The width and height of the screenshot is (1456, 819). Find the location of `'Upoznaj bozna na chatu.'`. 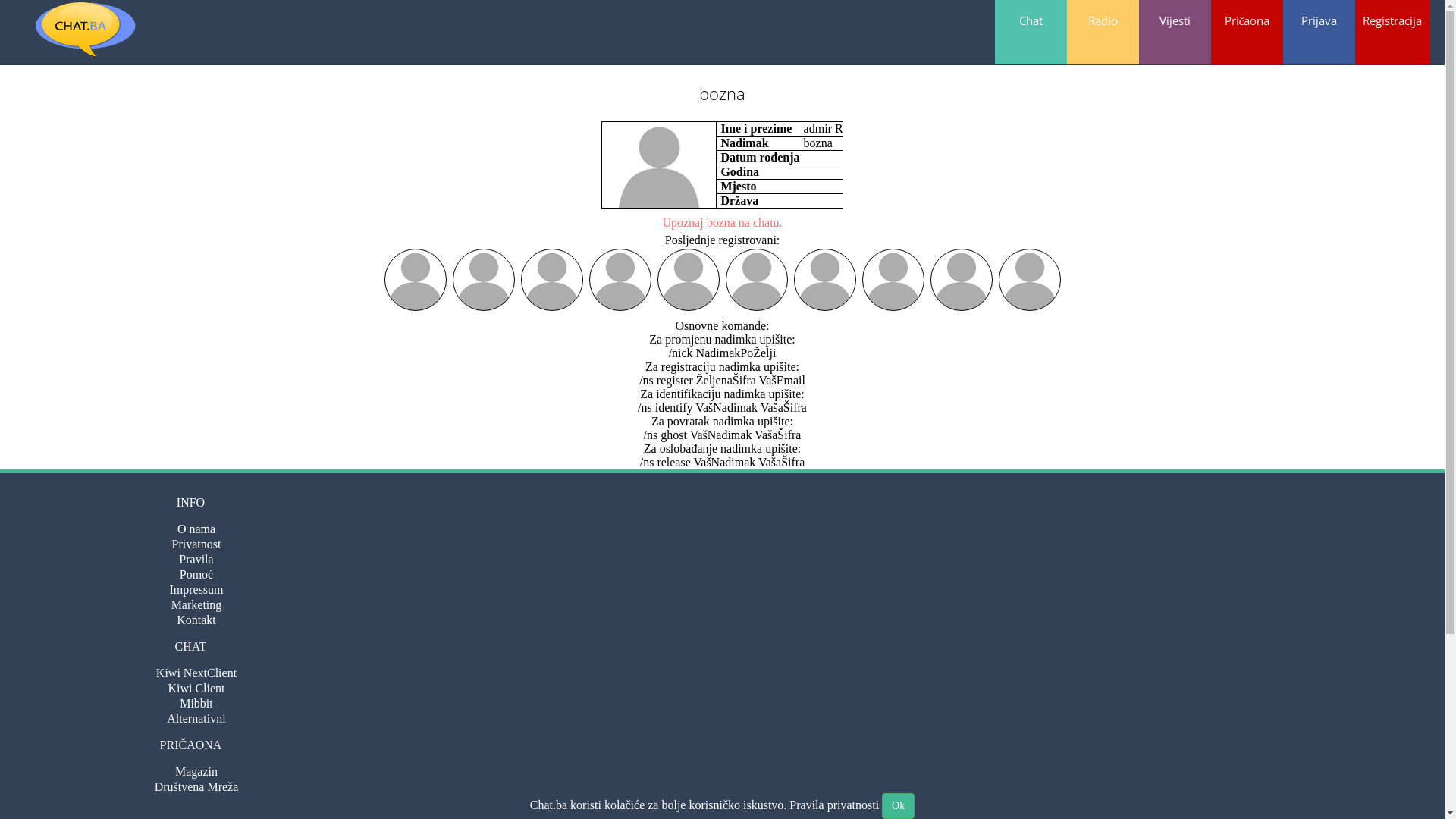

'Upoznaj bozna na chatu.' is located at coordinates (720, 222).